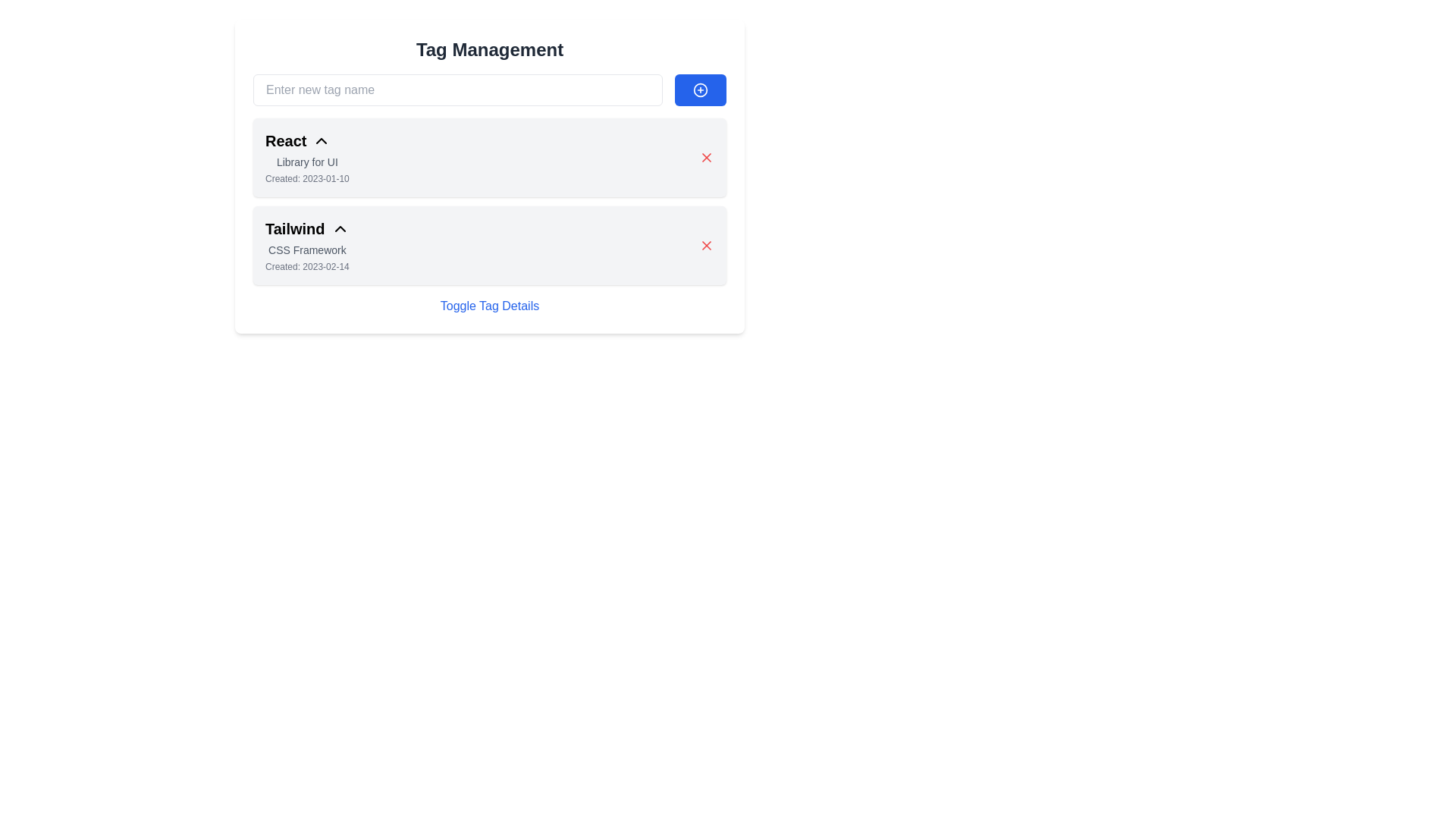 This screenshot has height=819, width=1456. What do you see at coordinates (306, 228) in the screenshot?
I see `the 'Tailwind' Text Header which is styled in a bold, large font and aligned with a small arrow symbol to its right, located below the 'React' section` at bounding box center [306, 228].